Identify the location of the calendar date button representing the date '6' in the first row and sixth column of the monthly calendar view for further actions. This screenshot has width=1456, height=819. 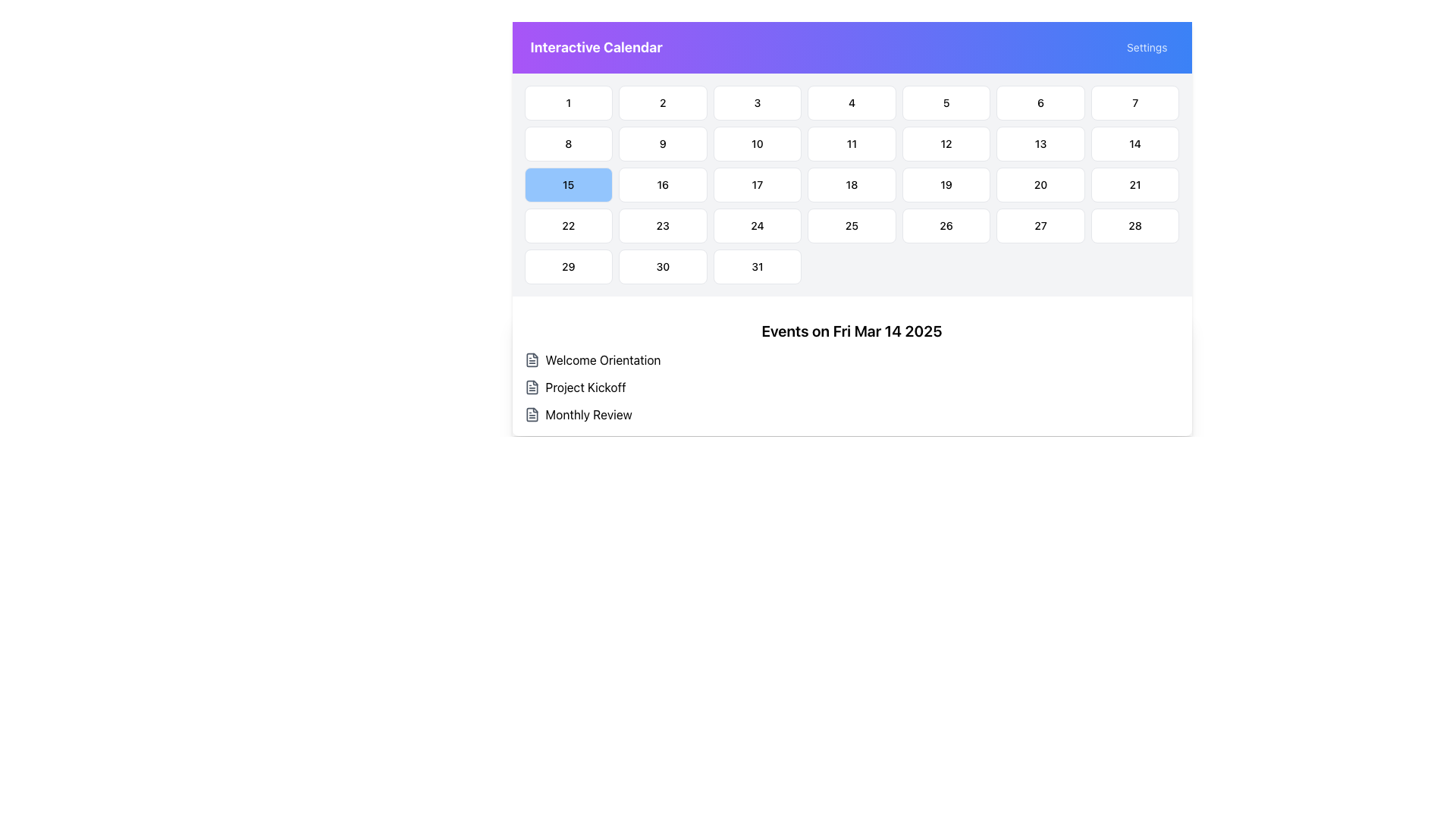
(1040, 102).